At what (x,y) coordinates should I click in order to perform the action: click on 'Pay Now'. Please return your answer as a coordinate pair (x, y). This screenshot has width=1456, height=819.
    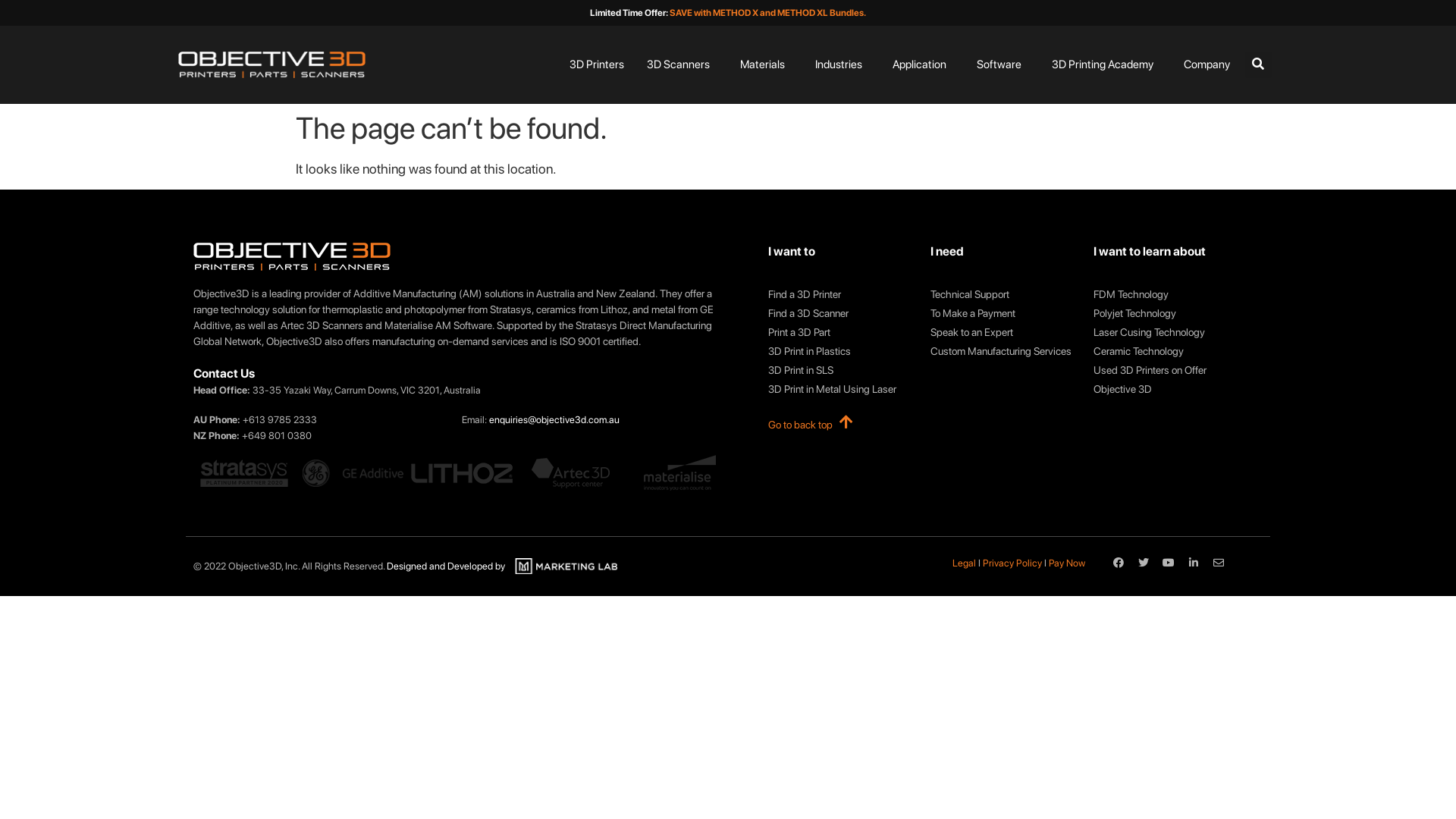
    Looking at the image, I should click on (1065, 563).